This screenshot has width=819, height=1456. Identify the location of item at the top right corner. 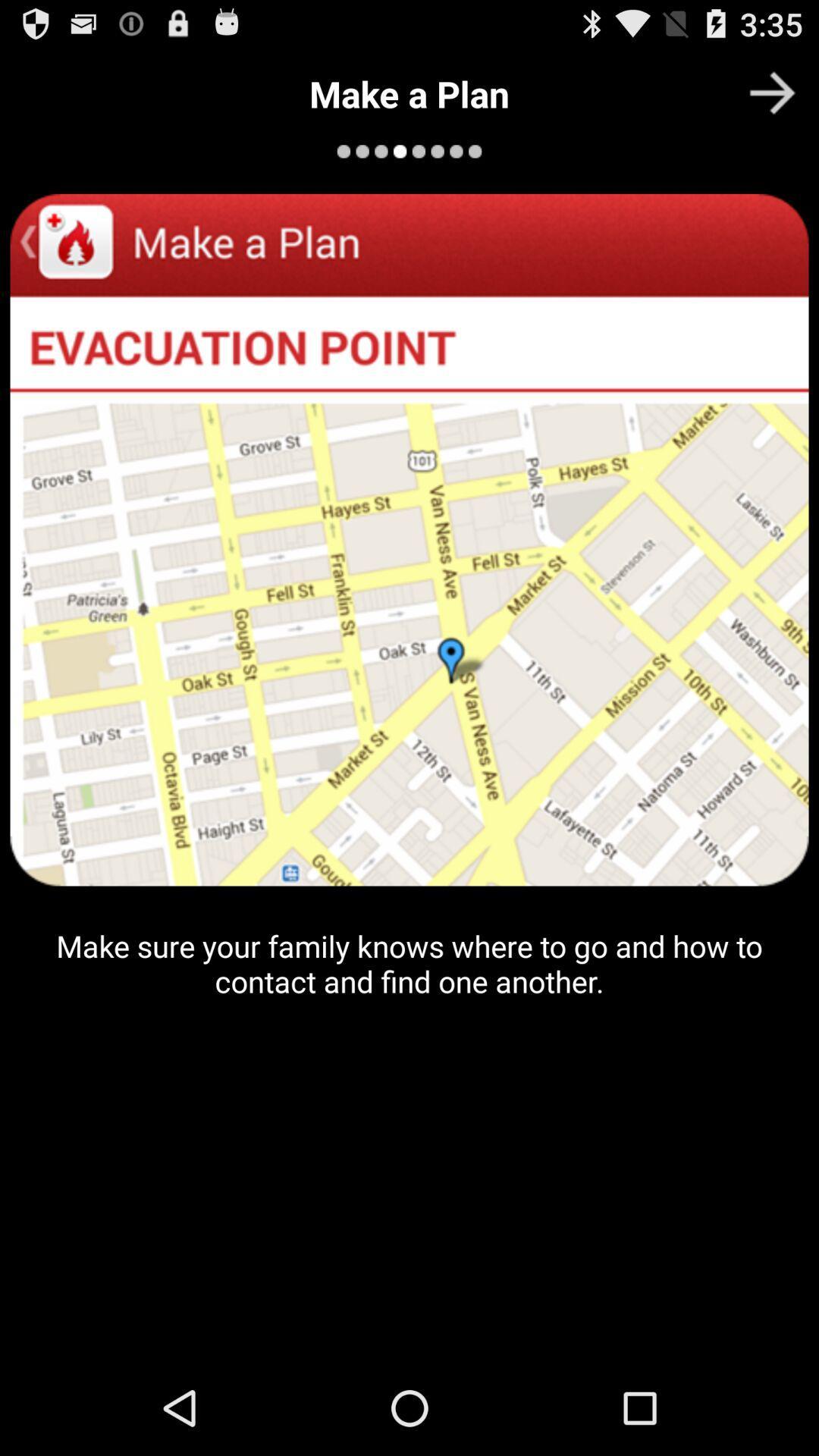
(772, 92).